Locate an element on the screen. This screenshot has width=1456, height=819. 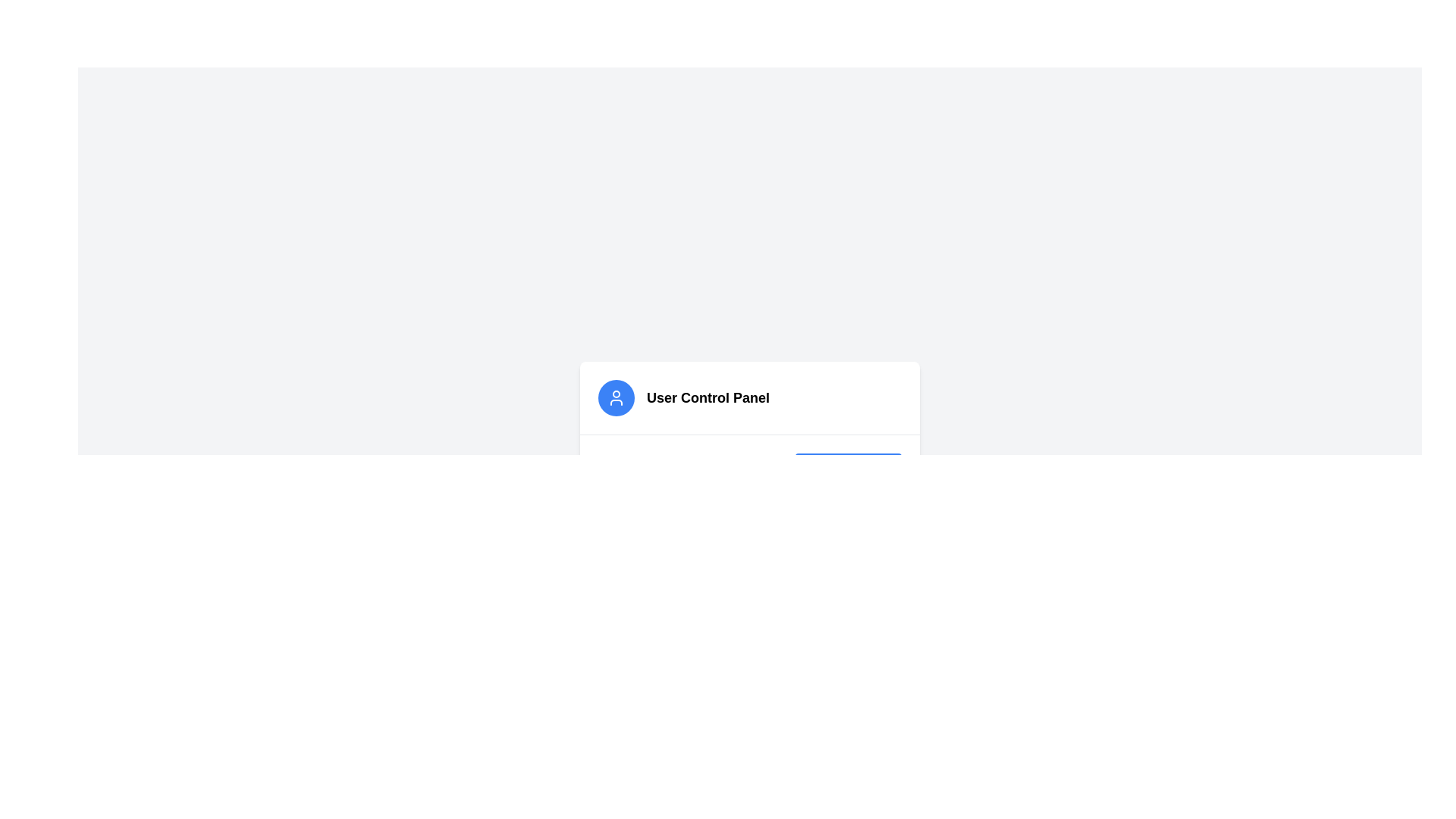
the circular blue icon with a white user profile outline, located above the 'User Control Panel' label is located at coordinates (616, 397).